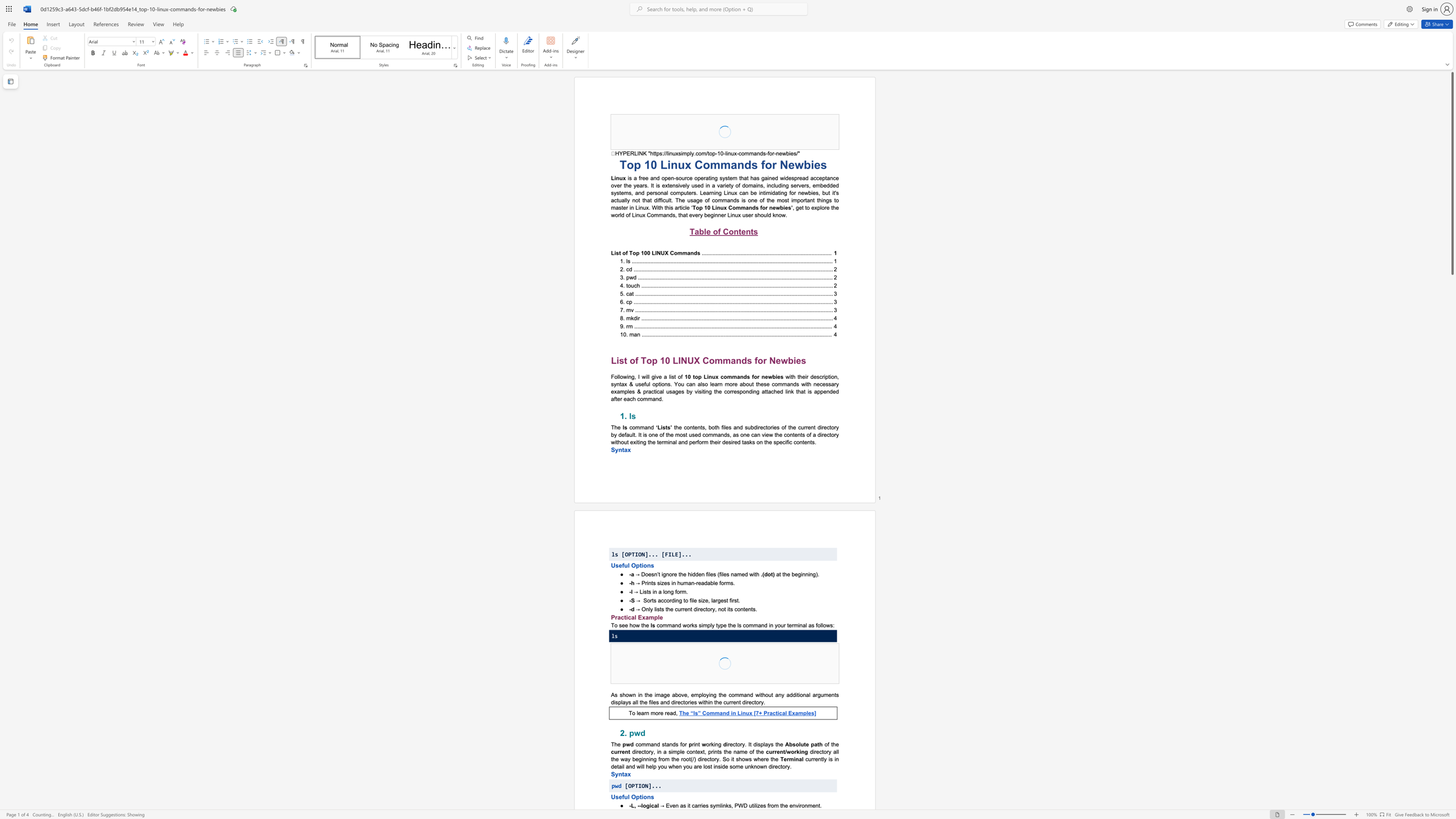  What do you see at coordinates (1451, 587) in the screenshot?
I see `the page's right scrollbar for downward movement` at bounding box center [1451, 587].